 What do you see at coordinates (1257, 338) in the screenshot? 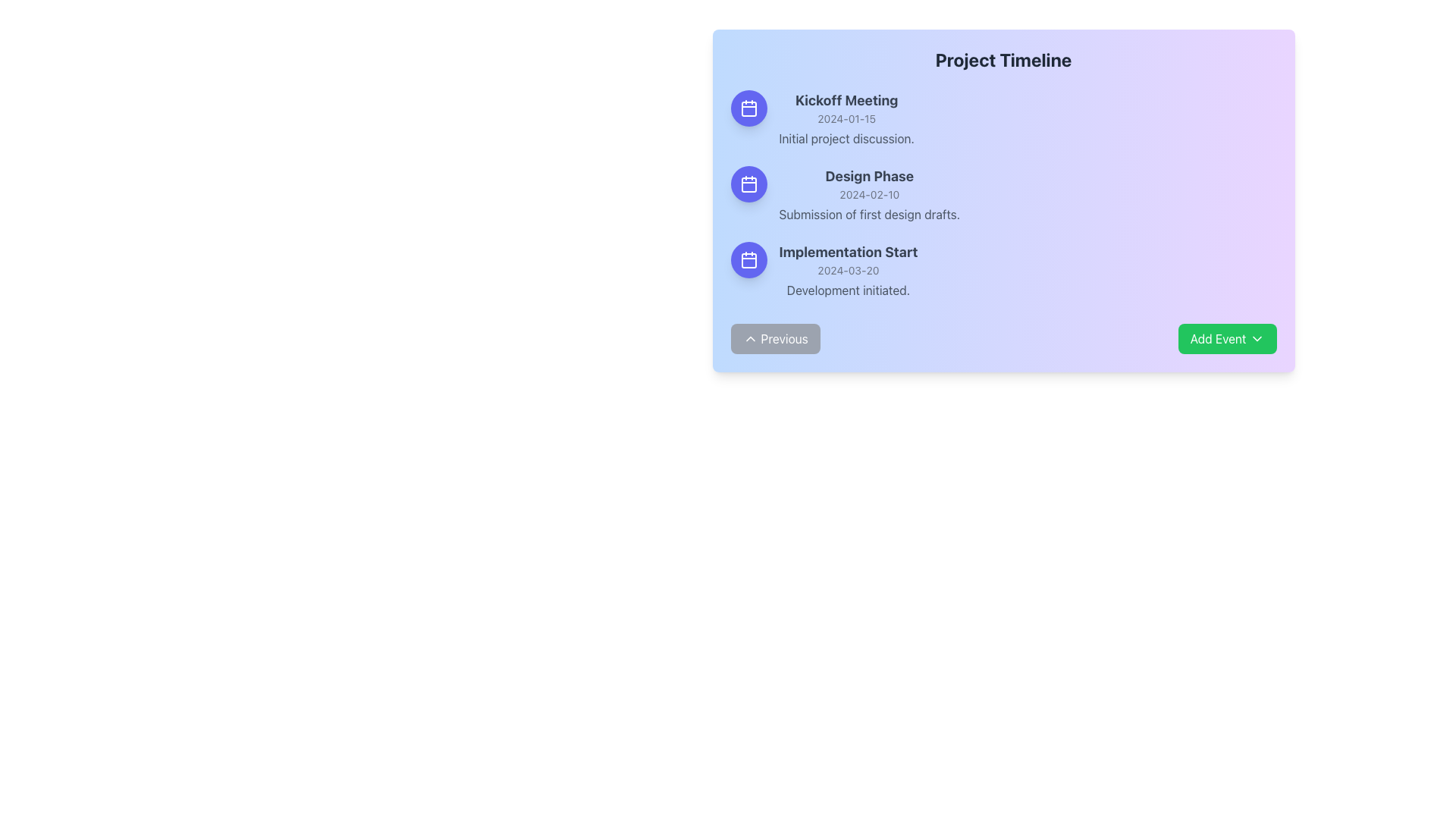
I see `the small downward-facing chevron icon located within the green 'Add Event' button` at bounding box center [1257, 338].